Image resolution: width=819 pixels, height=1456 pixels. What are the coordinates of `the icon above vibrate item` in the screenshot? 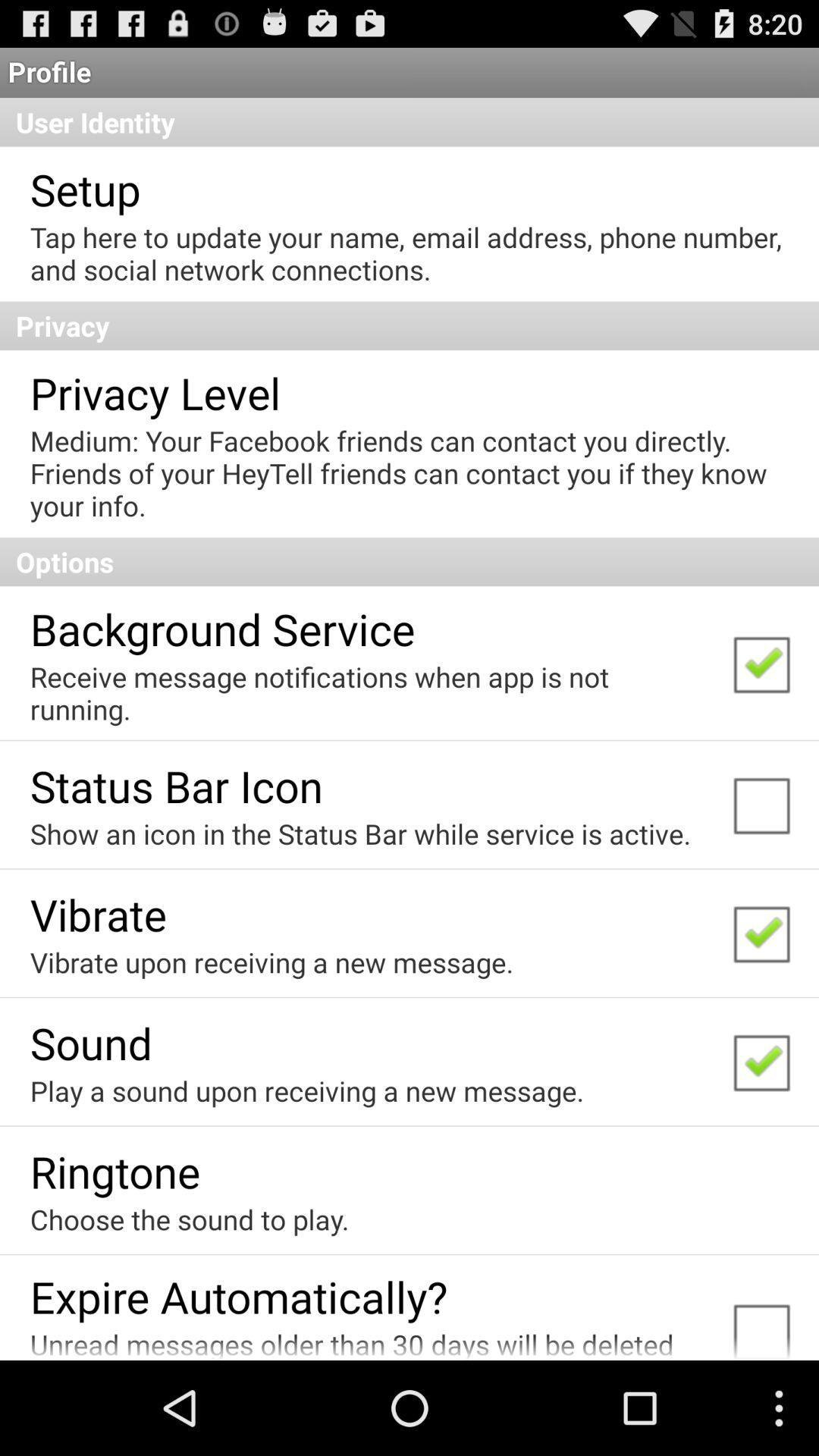 It's located at (360, 833).